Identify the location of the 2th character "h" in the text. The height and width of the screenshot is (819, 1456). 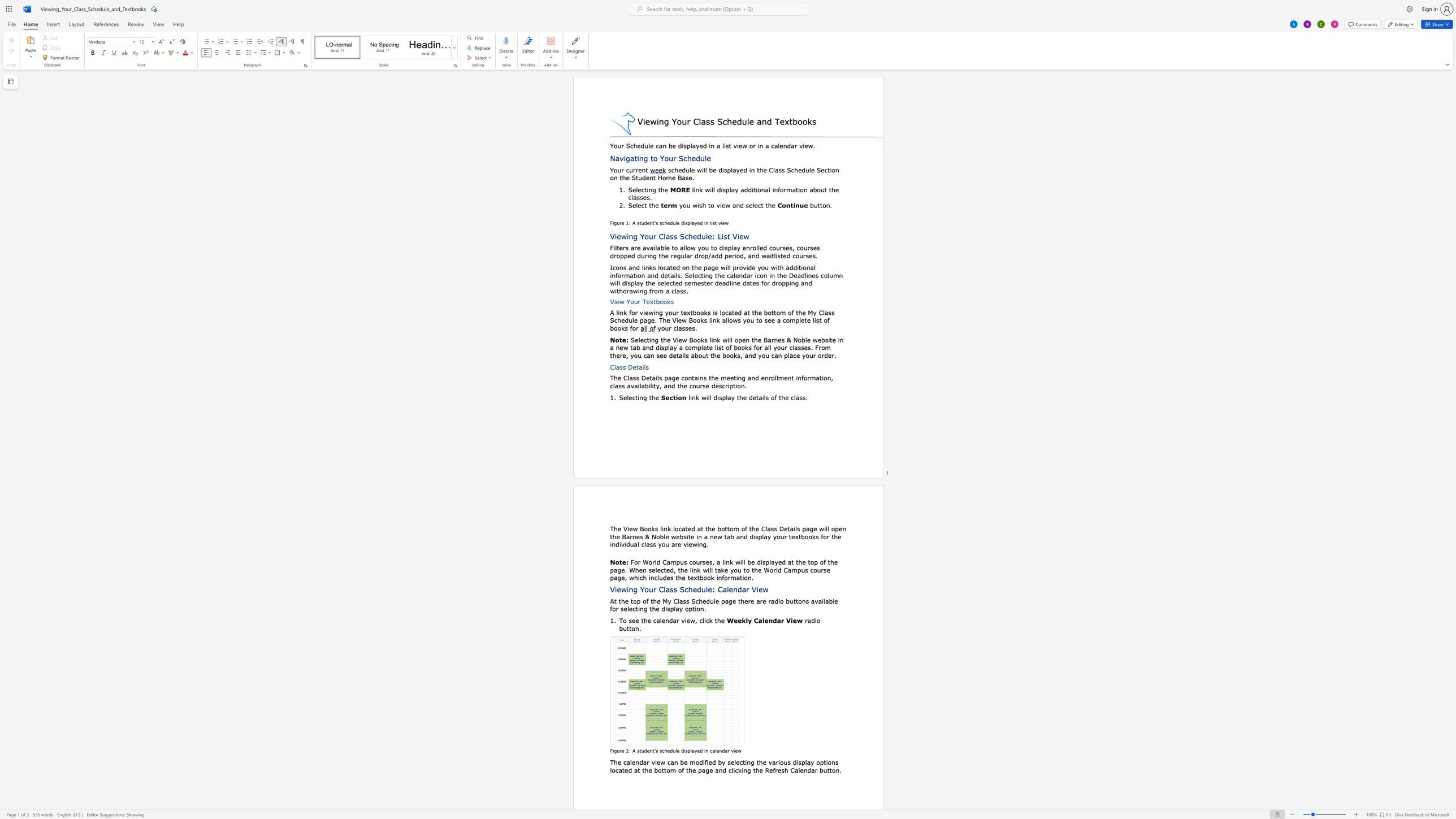
(755, 339).